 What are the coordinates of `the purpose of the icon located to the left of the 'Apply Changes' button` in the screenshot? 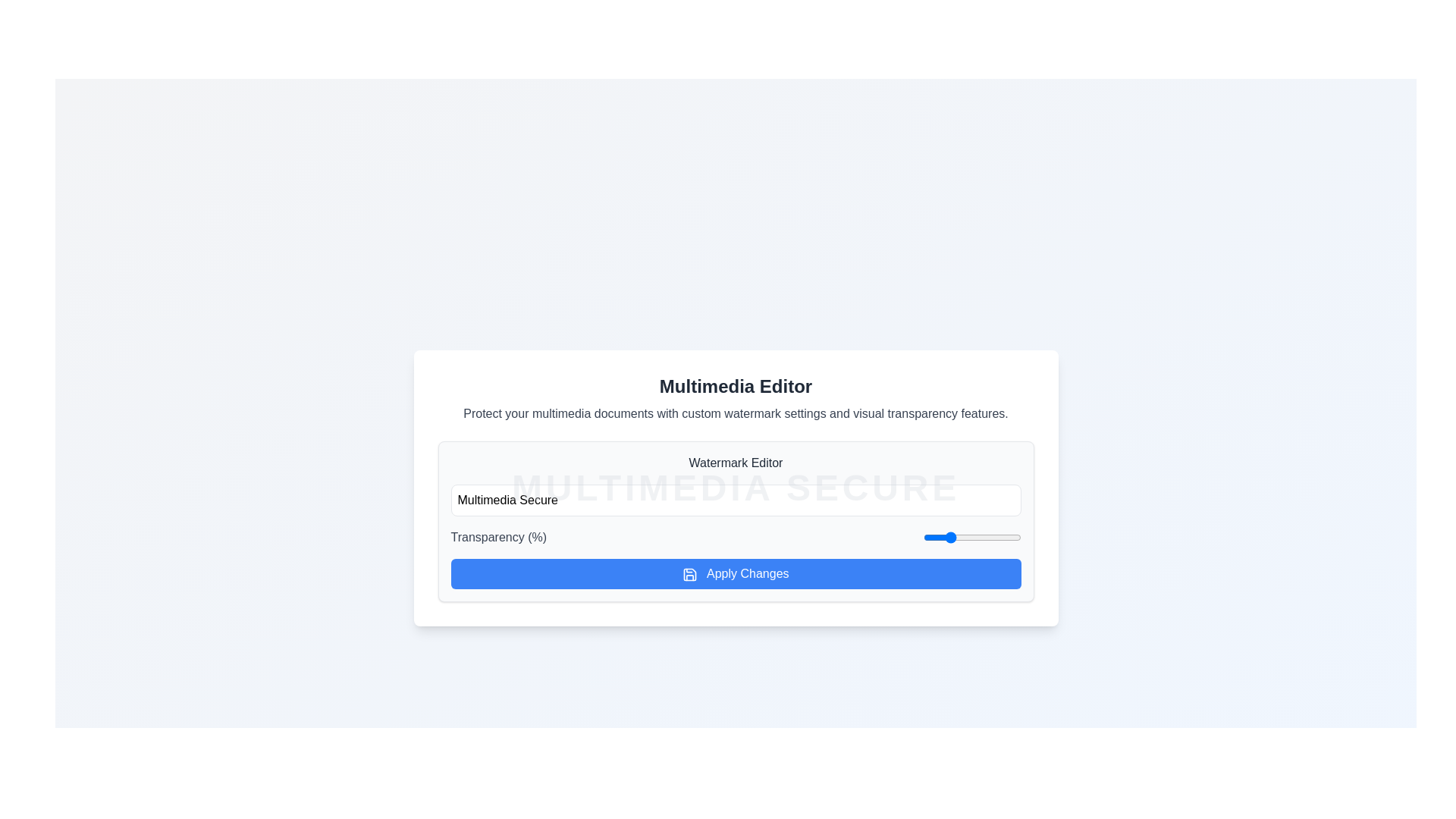 It's located at (689, 574).